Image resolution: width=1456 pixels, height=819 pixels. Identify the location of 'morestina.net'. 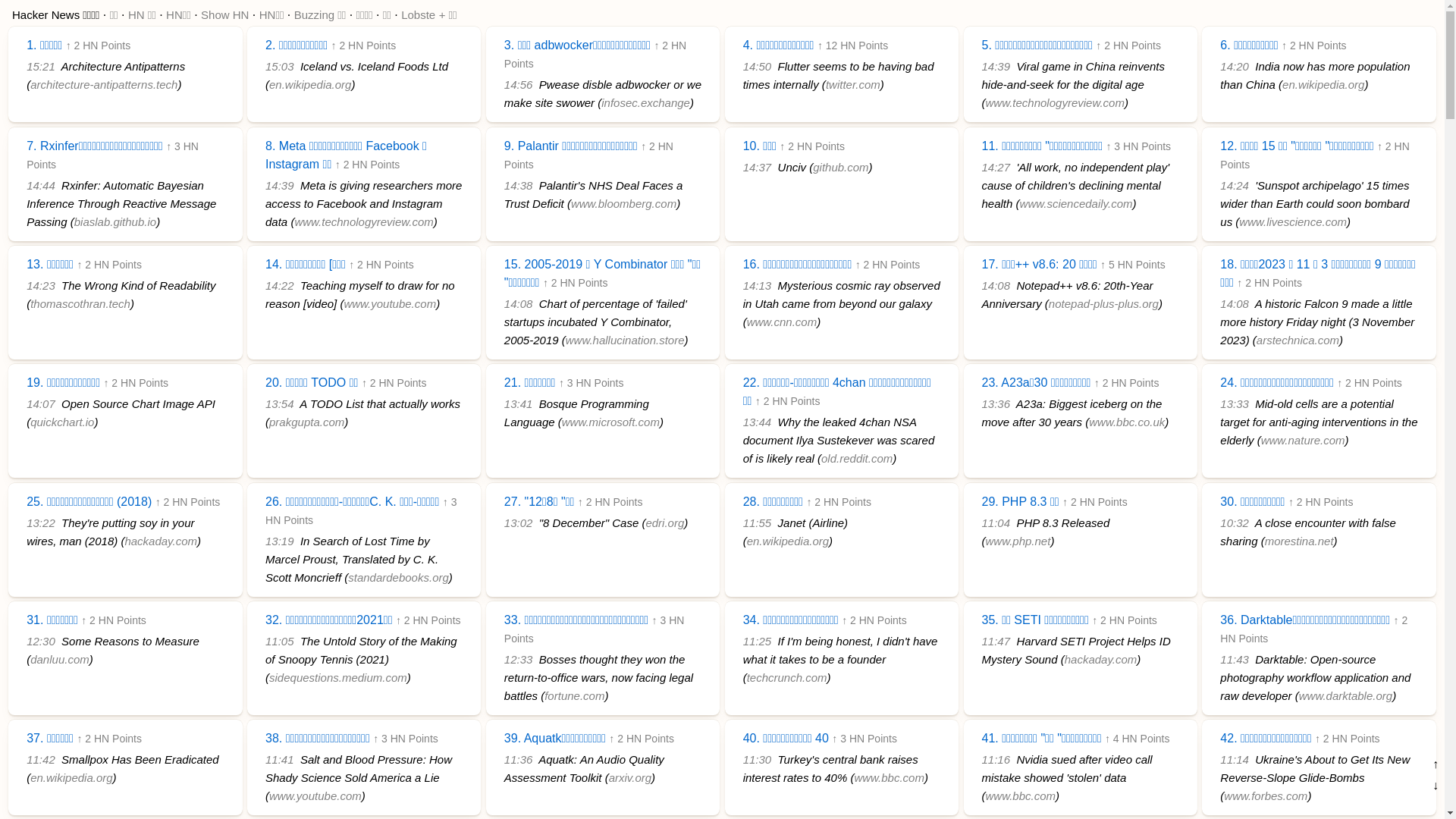
(1298, 540).